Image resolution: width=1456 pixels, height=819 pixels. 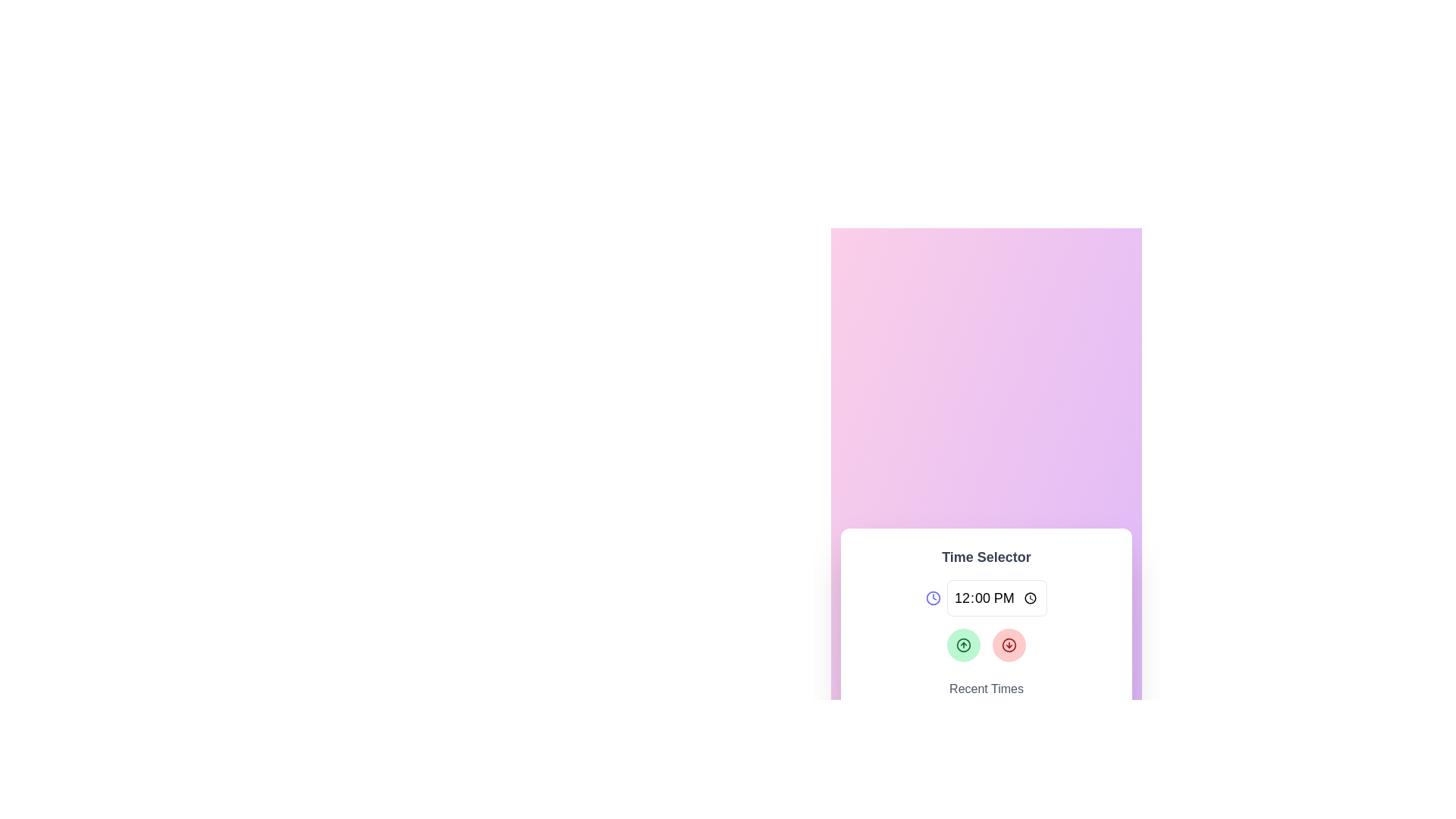 What do you see at coordinates (1009, 645) in the screenshot?
I see `the circular icon with a downward arrow located inside the red circular button, which is the third button in the second row under the 'Time Selector' heading` at bounding box center [1009, 645].